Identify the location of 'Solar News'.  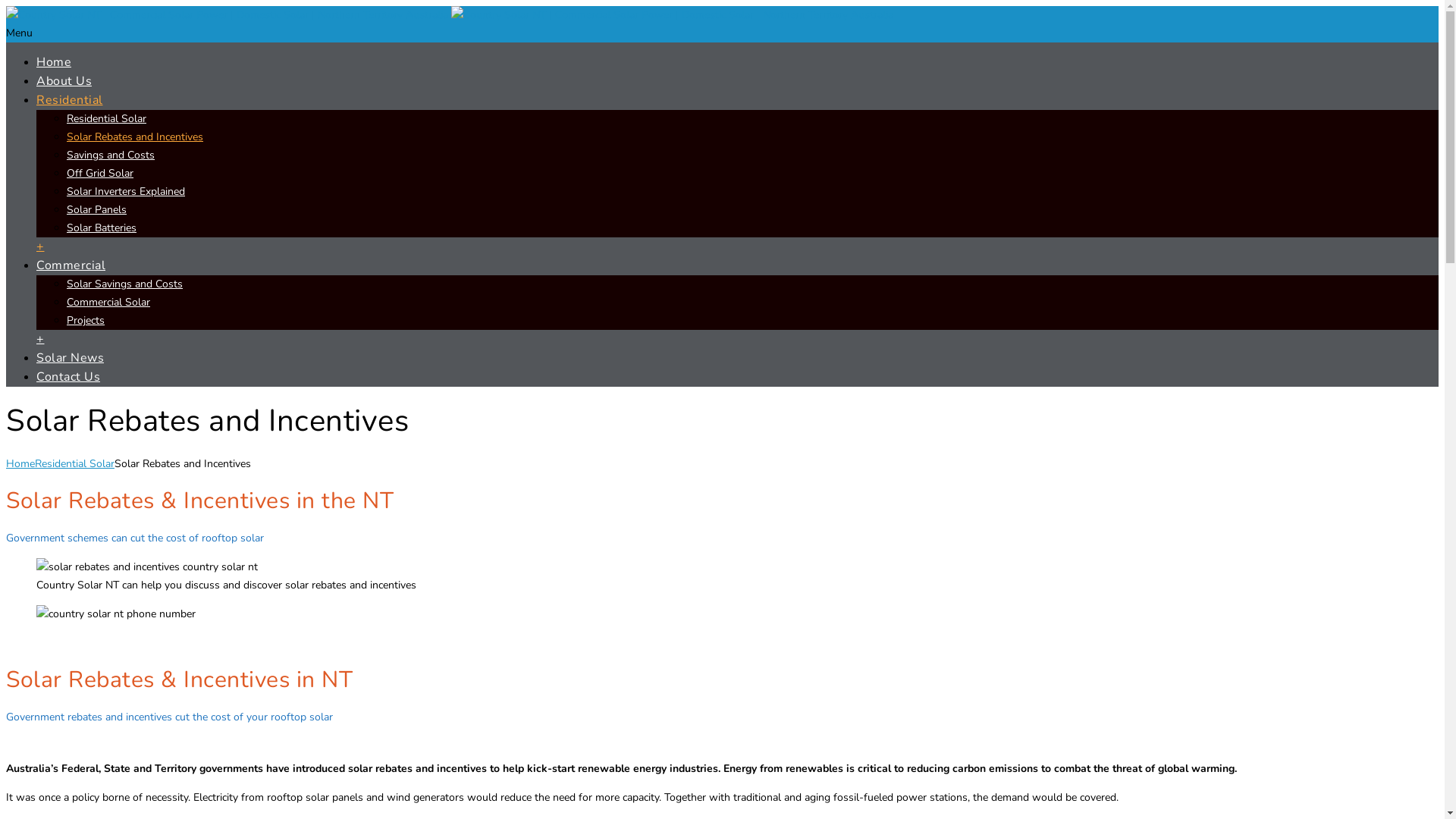
(36, 357).